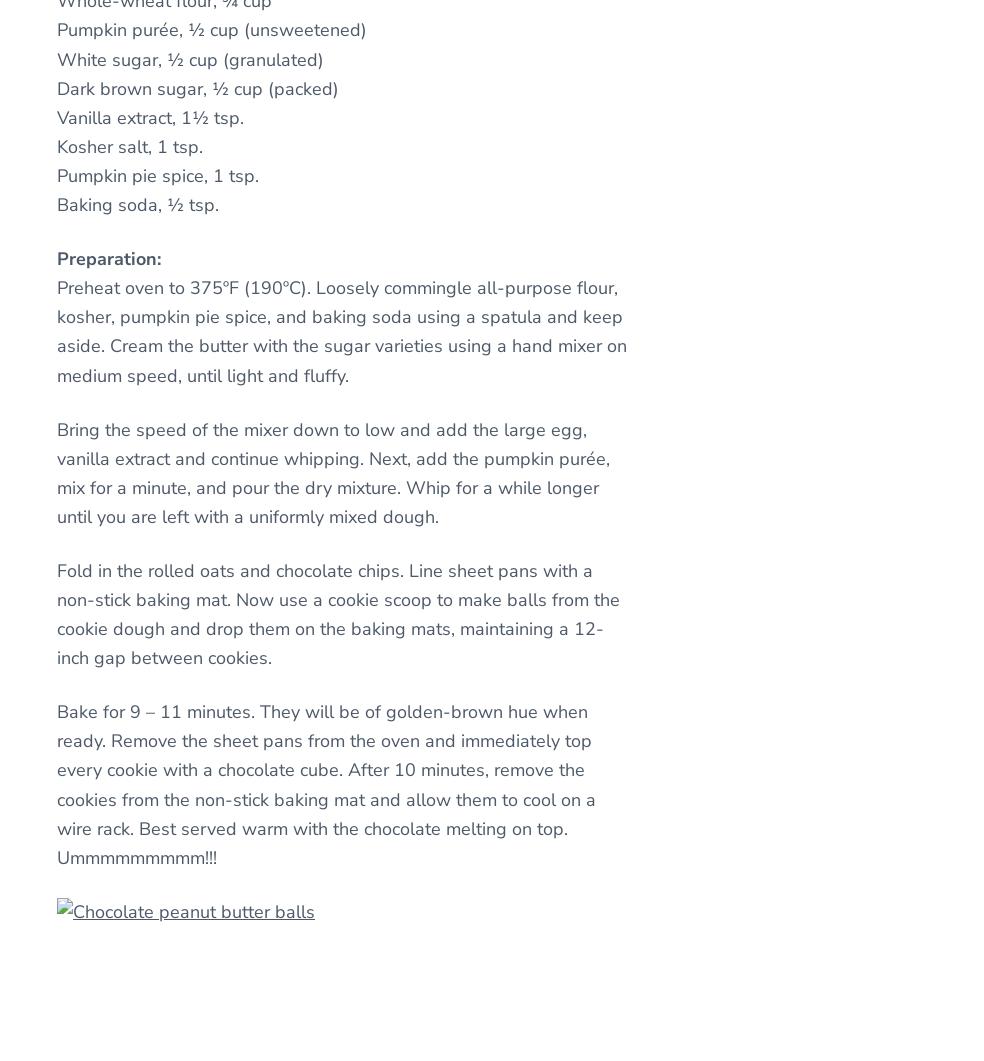 The width and height of the screenshot is (984, 1061). What do you see at coordinates (55, 145) in the screenshot?
I see `'Kosher salt, 1 tsp.'` at bounding box center [55, 145].